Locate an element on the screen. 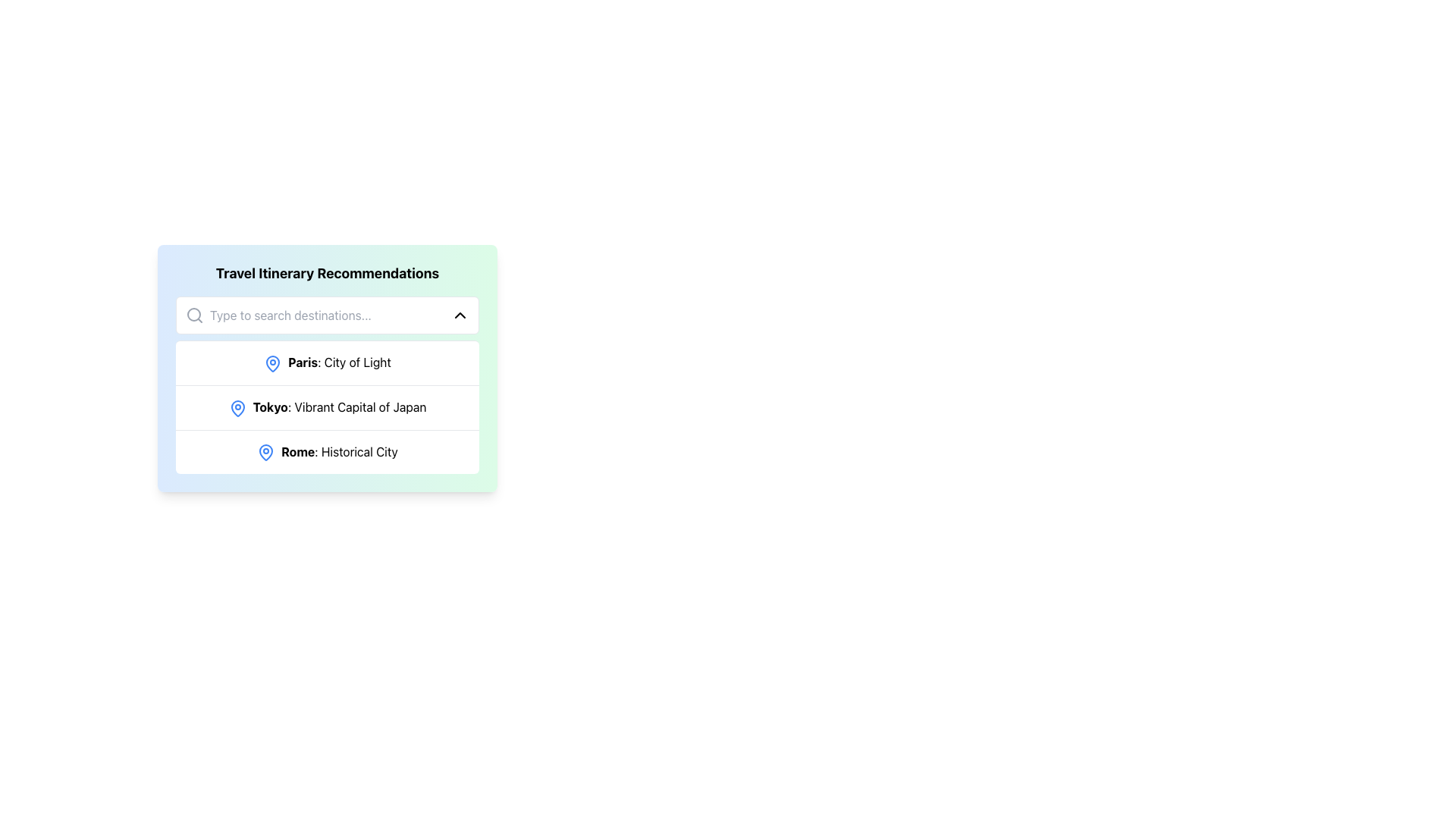 This screenshot has width=1456, height=819. the outer shape of the map pin icon located to the left of the text 'Rome: Historical City' in the third row of the list is located at coordinates (266, 452).